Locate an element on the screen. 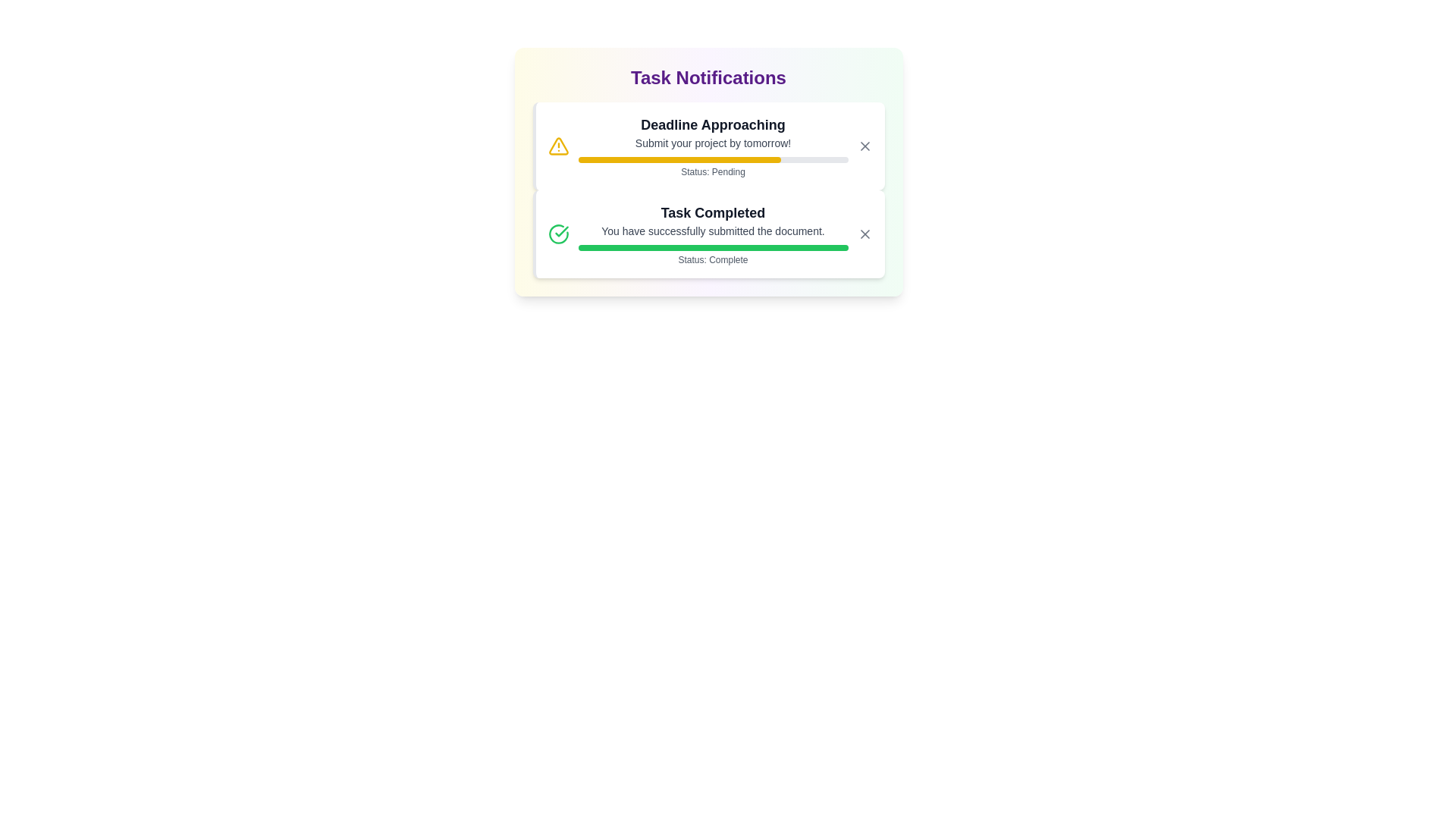 Image resolution: width=1456 pixels, height=819 pixels. the text 'Deadline Approaching' to select it for copying is located at coordinates (712, 124).